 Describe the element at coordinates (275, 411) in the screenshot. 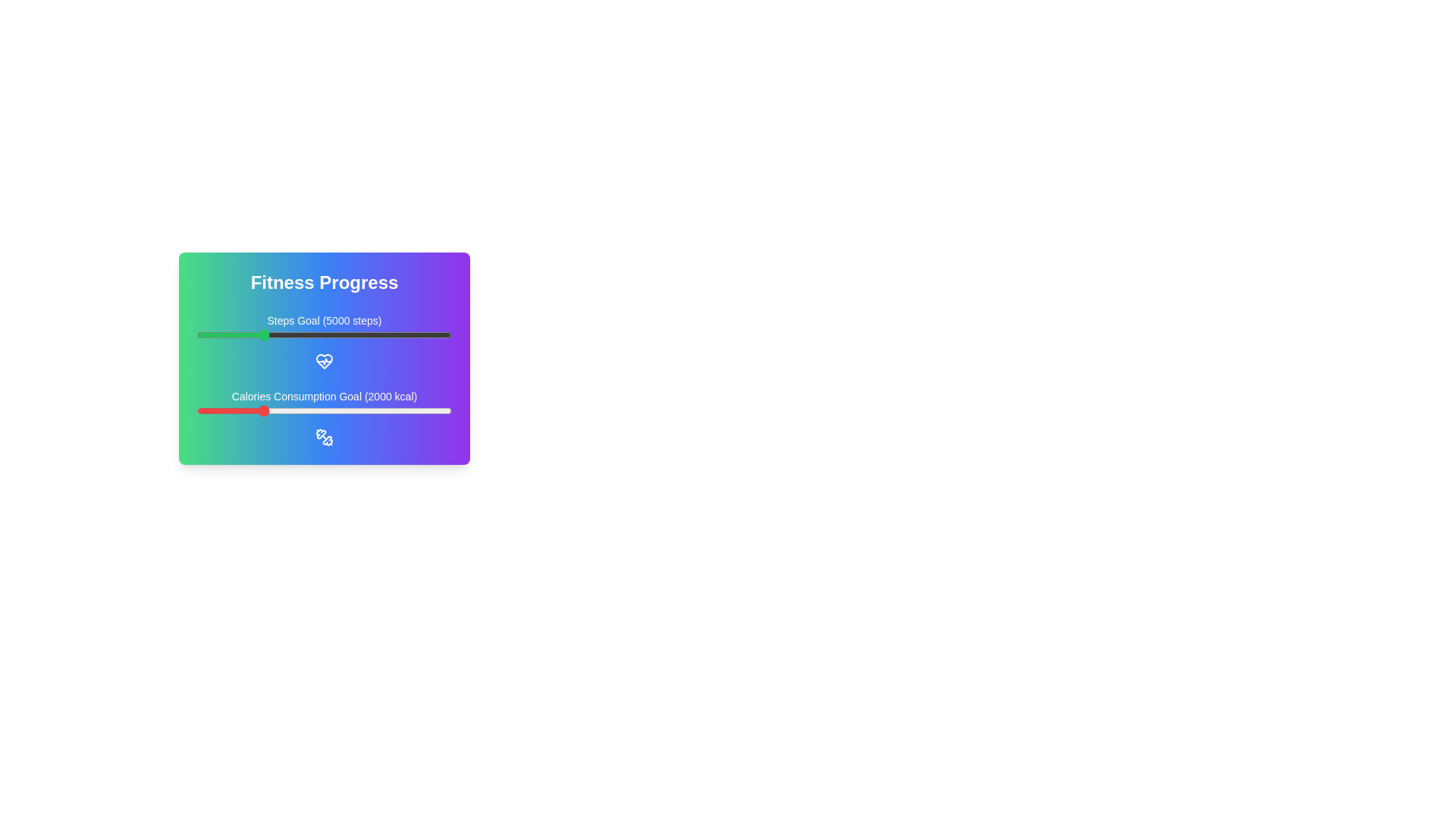

I see `the calories goal` at that location.